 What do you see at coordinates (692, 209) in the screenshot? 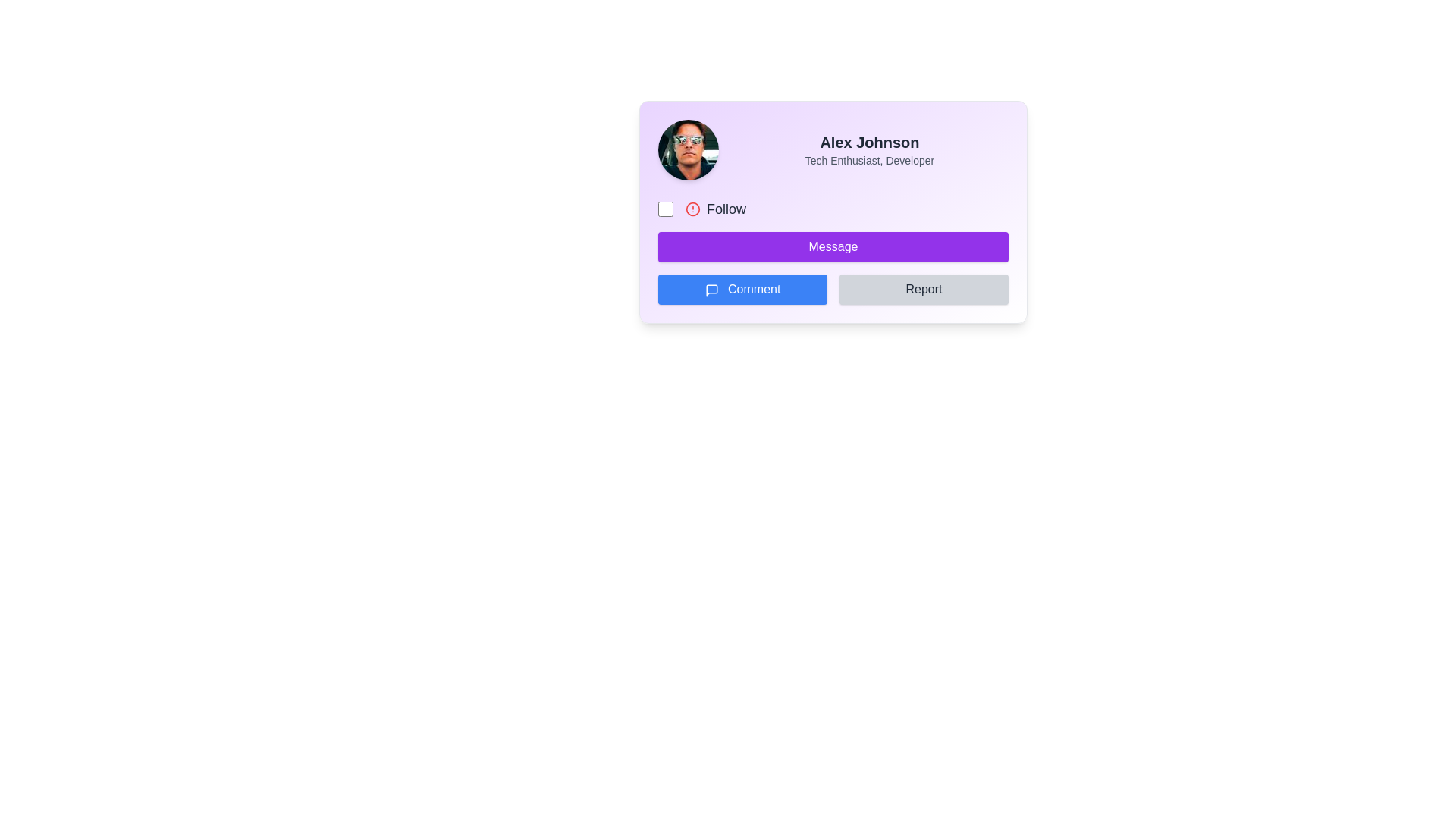
I see `the visual indicator icon located to the left of the 'Follow' text, which serves as an attention-drawing element suggesting urgency` at bounding box center [692, 209].